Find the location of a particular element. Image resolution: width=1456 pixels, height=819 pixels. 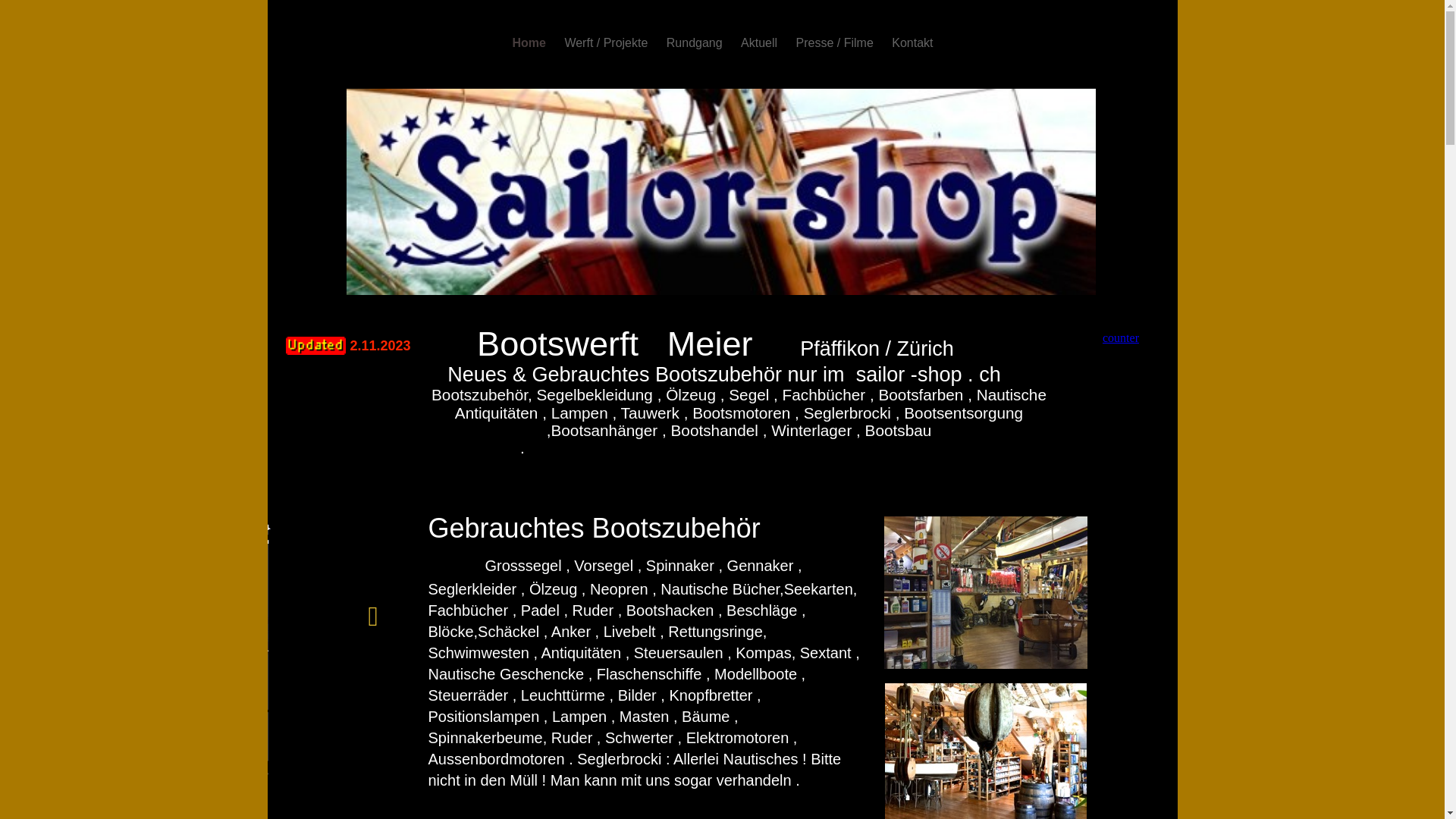

'Kontakt' is located at coordinates (912, 42).